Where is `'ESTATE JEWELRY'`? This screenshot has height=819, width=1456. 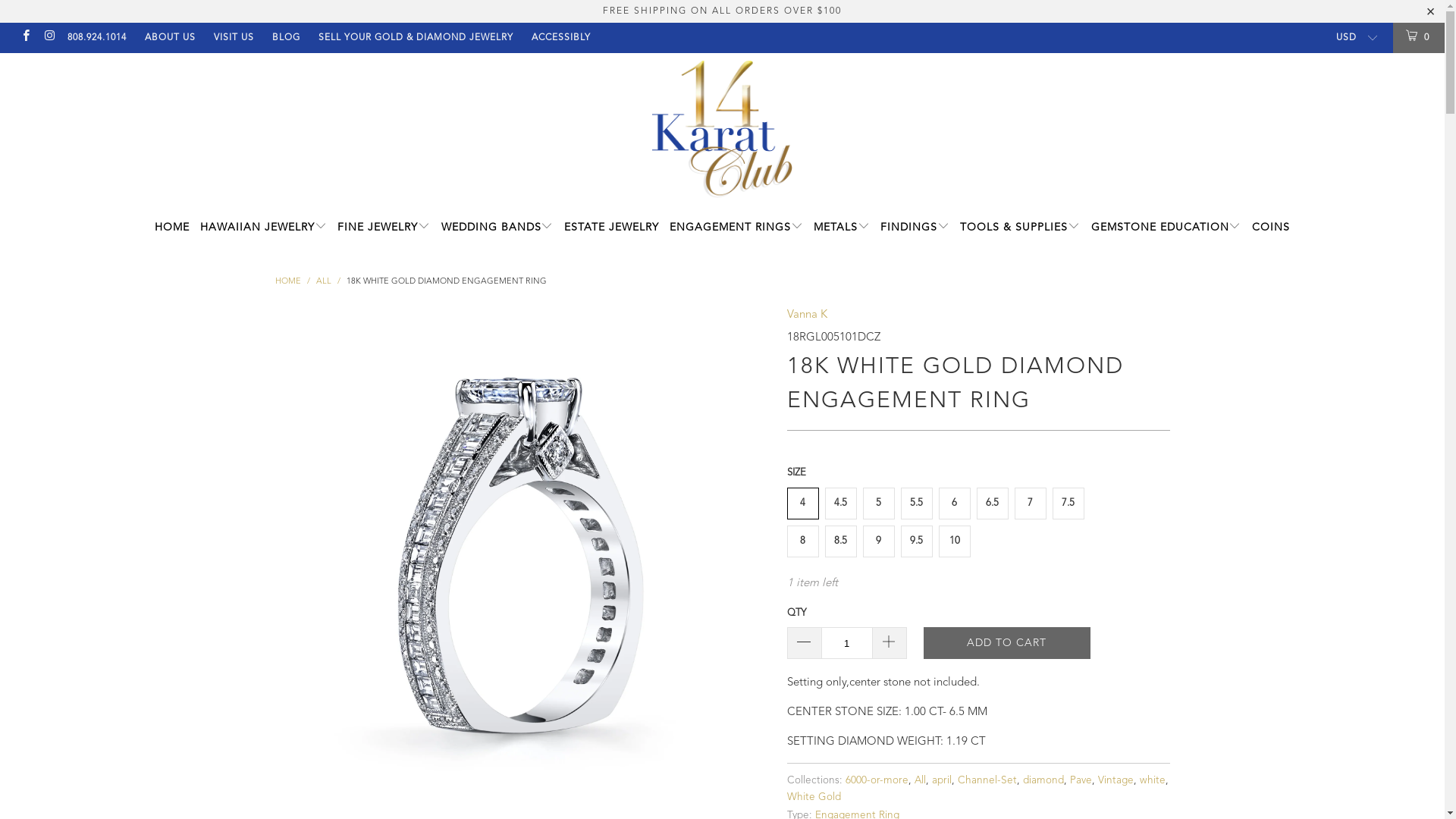
'ESTATE JEWELRY' is located at coordinates (611, 227).